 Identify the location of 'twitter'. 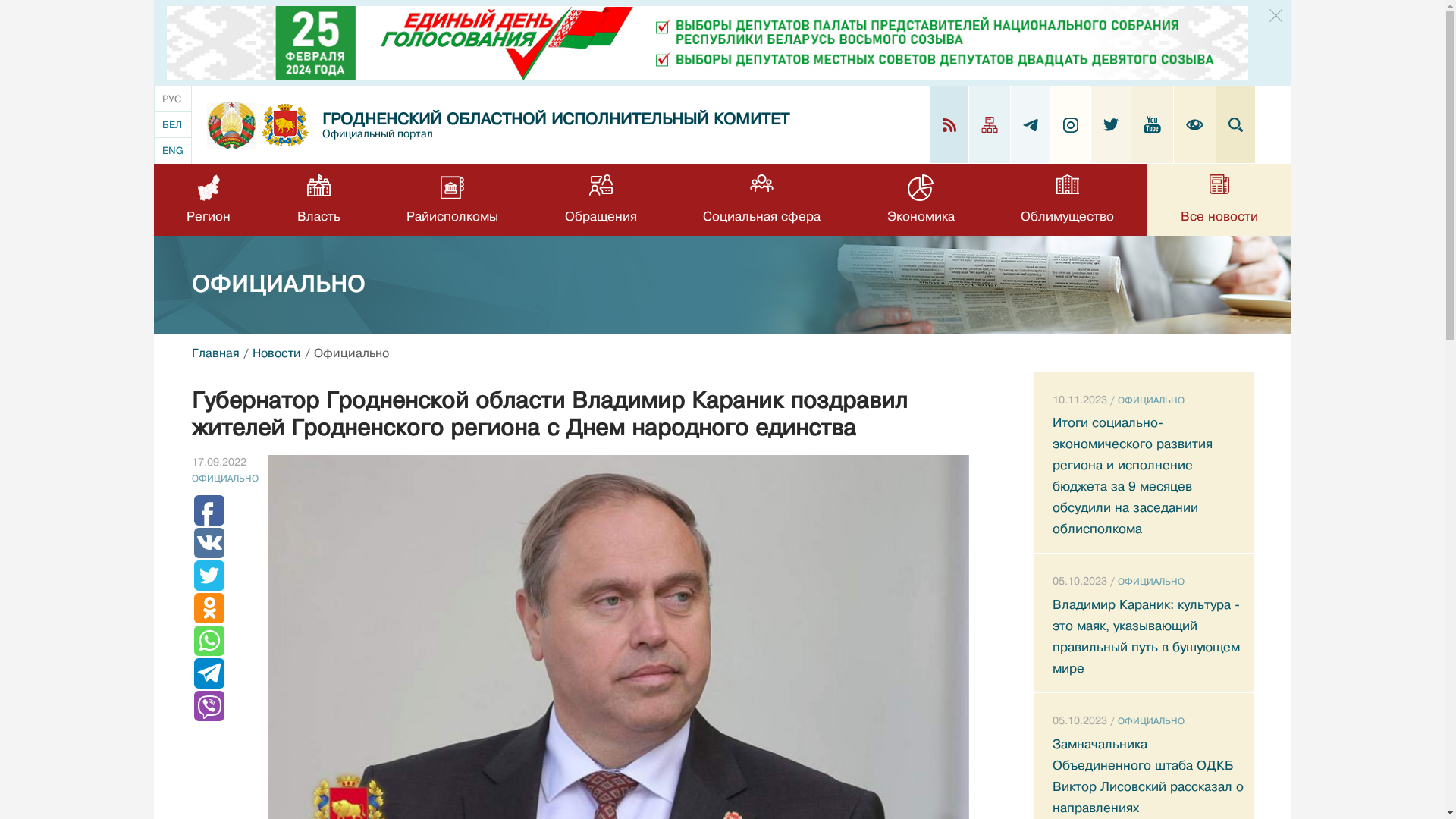
(1110, 124).